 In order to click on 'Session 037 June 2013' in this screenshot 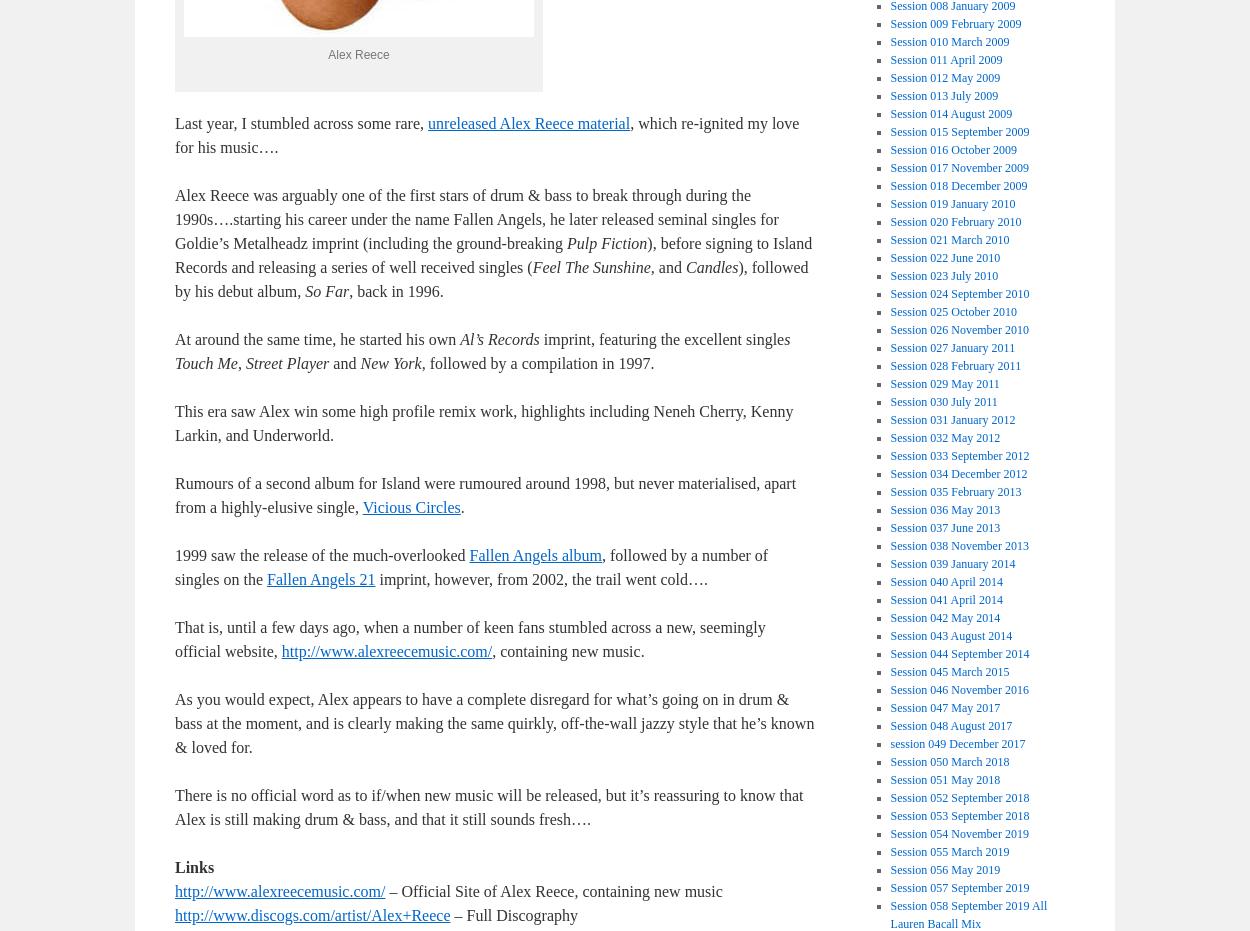, I will do `click(944, 527)`.